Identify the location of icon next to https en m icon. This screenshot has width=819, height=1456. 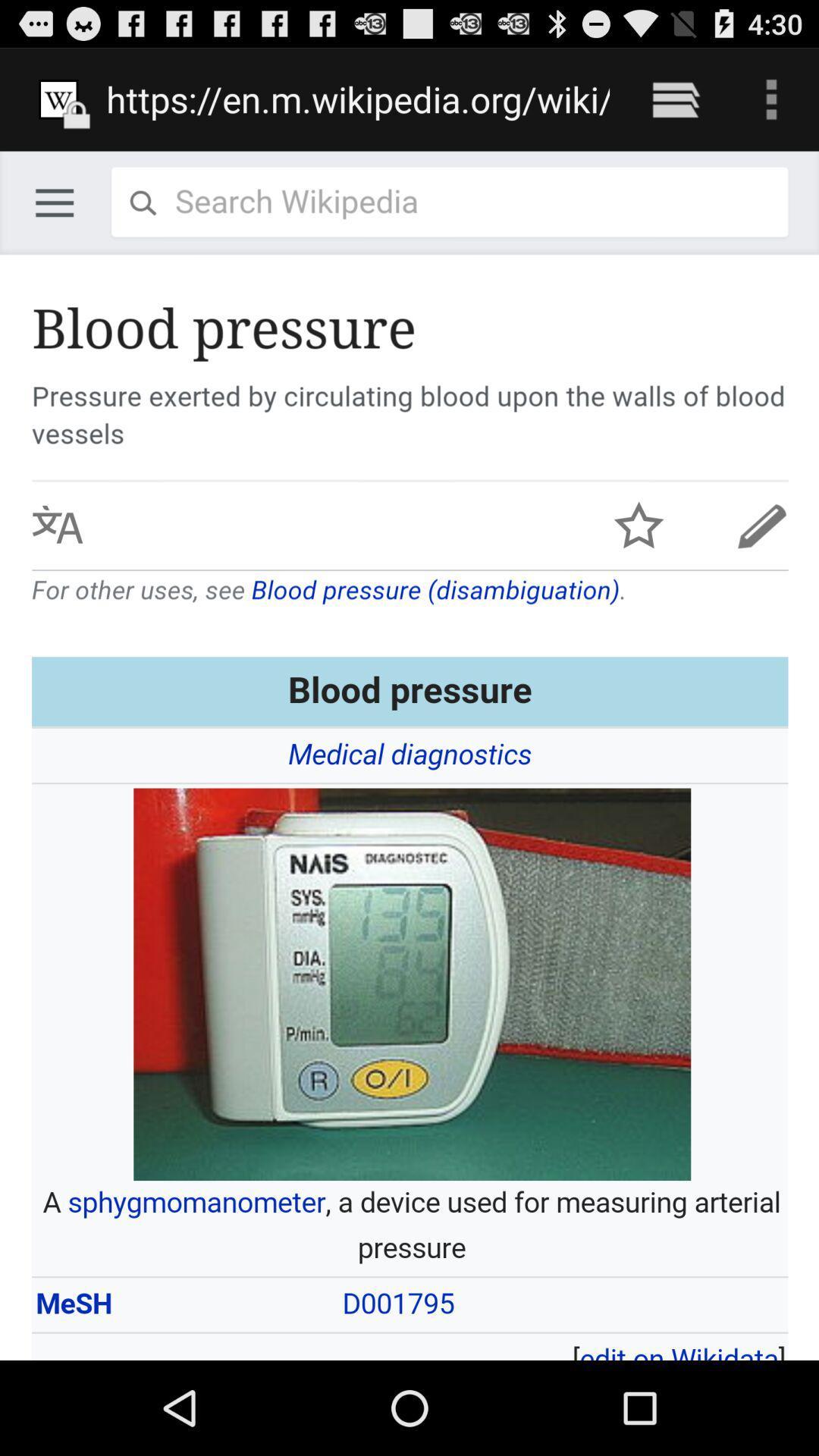
(675, 99).